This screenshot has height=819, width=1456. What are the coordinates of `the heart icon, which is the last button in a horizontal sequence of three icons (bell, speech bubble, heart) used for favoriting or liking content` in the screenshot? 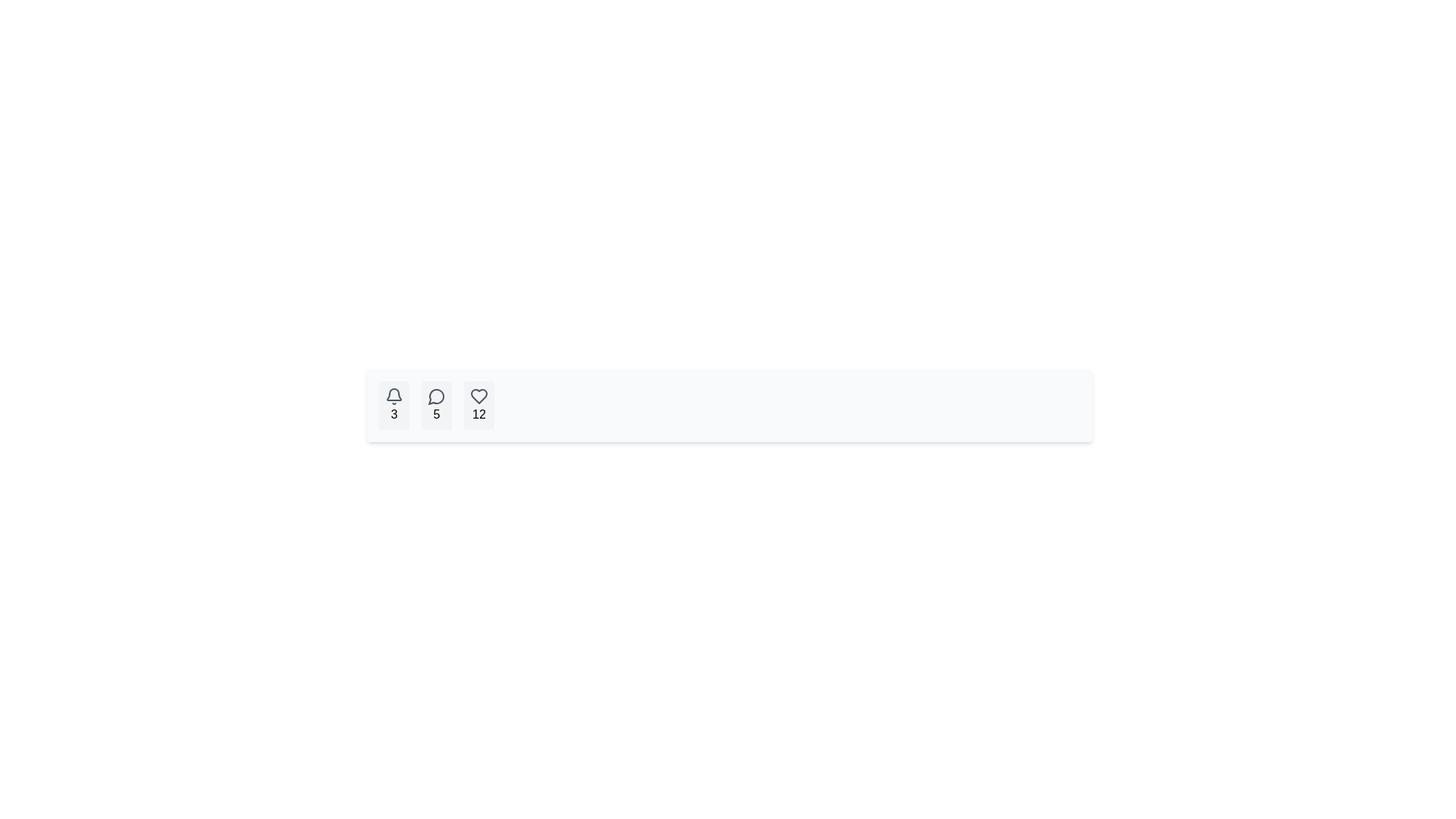 It's located at (479, 396).